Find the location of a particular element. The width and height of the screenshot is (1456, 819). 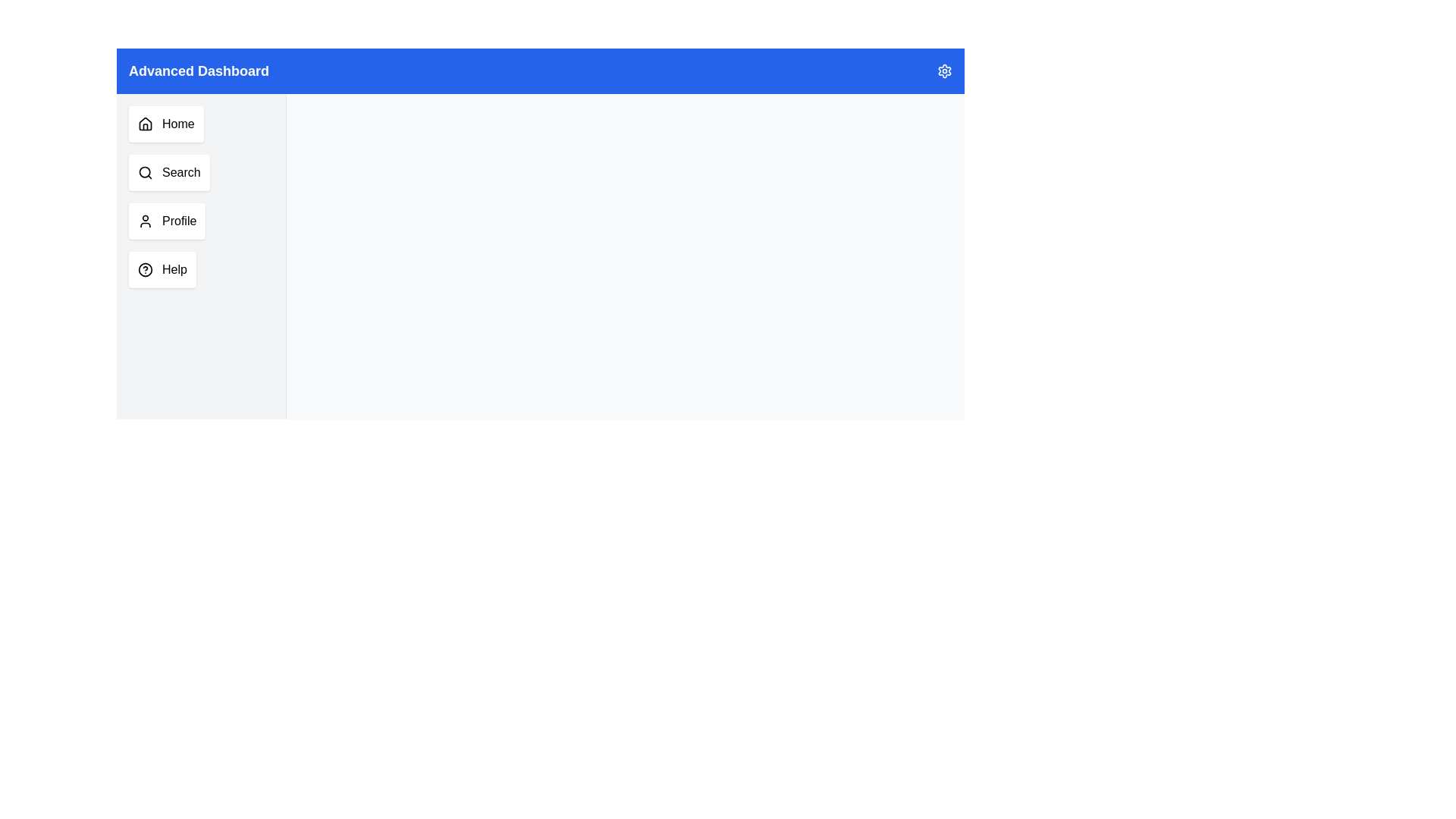

the 'Search' button, which is the second button in a vertical list of buttons (Home, Search, Profile, Help) in the sidebar of the 'Advanced Dashboard' is located at coordinates (200, 196).